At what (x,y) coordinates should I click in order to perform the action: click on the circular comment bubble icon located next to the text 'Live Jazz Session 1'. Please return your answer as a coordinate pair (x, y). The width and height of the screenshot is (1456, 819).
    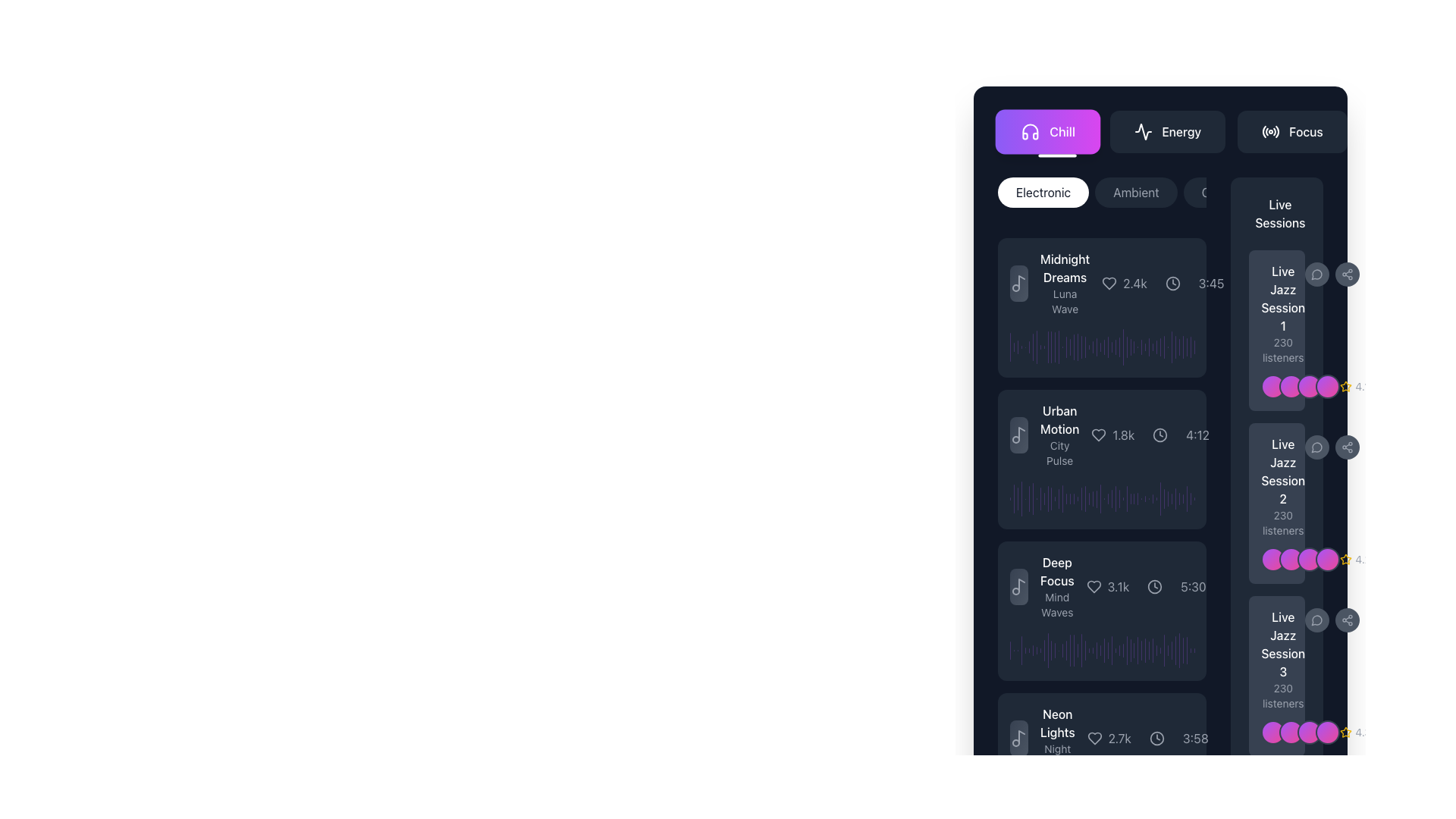
    Looking at the image, I should click on (1316, 275).